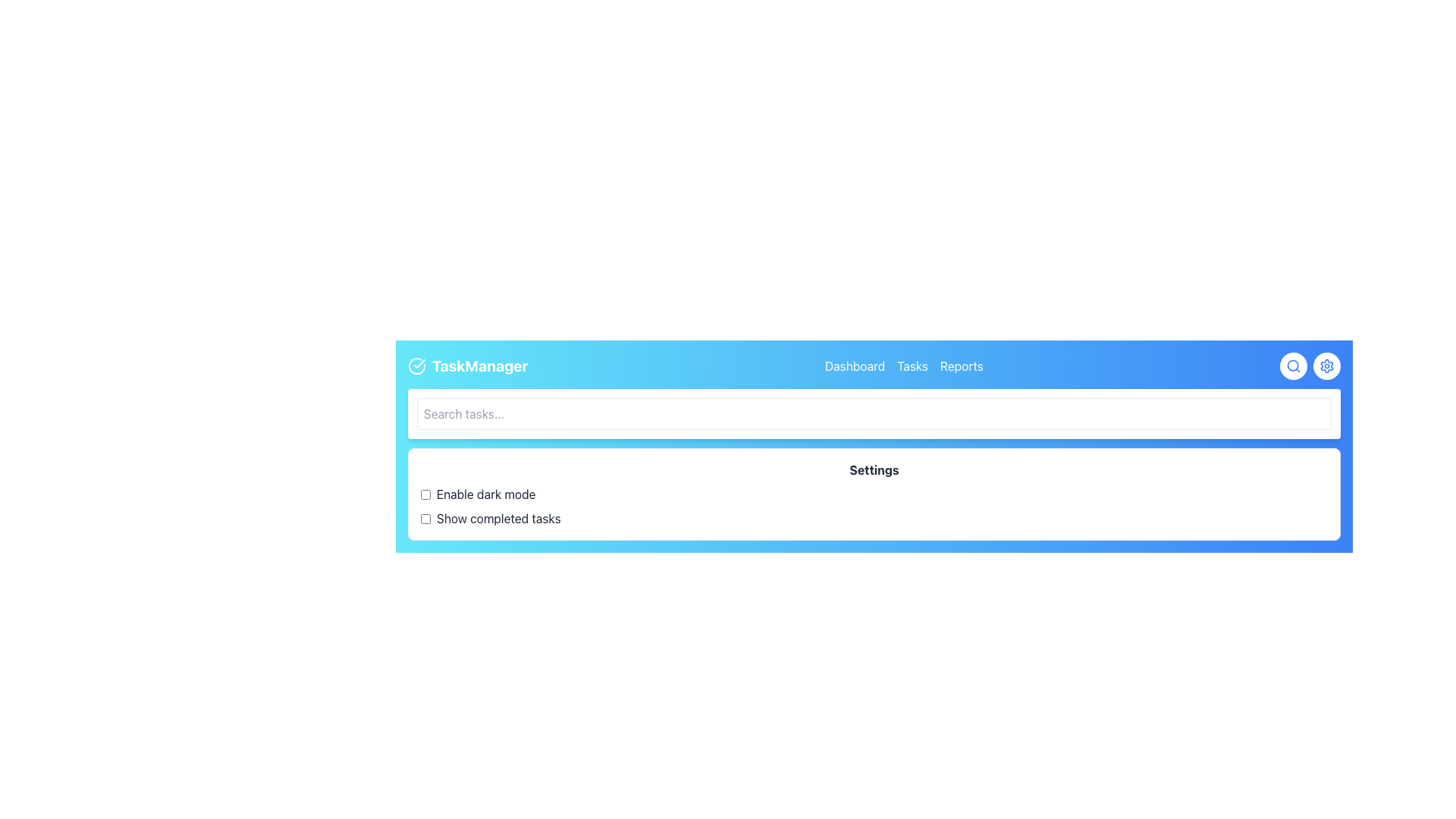  What do you see at coordinates (855, 366) in the screenshot?
I see `the 'Dashboard' hyperlink in the light blue navigation bar` at bounding box center [855, 366].